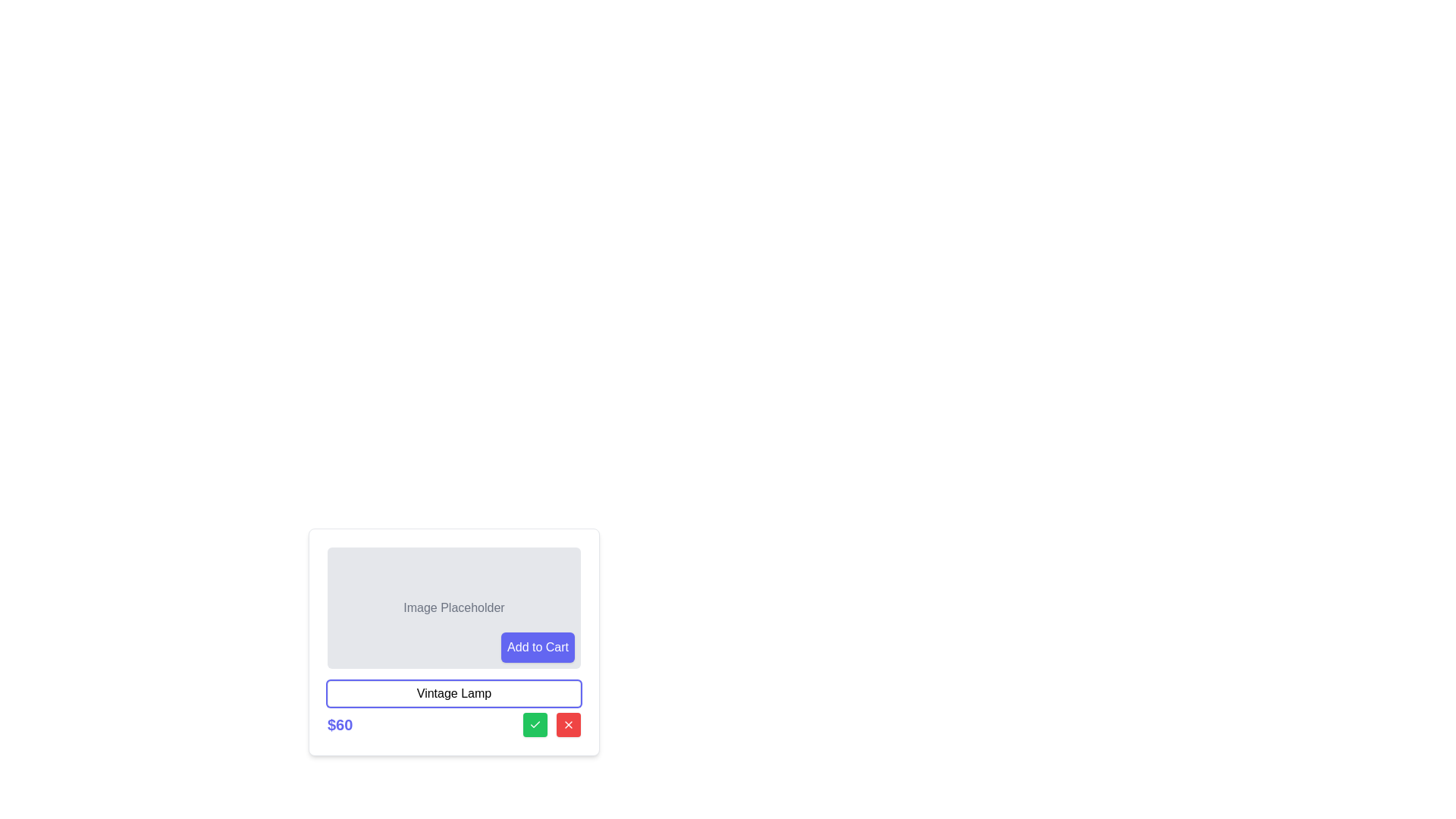  Describe the element at coordinates (453, 607) in the screenshot. I see `the interactive text label displaying 'Image Placeholder' which is centered within a light gray background` at that location.